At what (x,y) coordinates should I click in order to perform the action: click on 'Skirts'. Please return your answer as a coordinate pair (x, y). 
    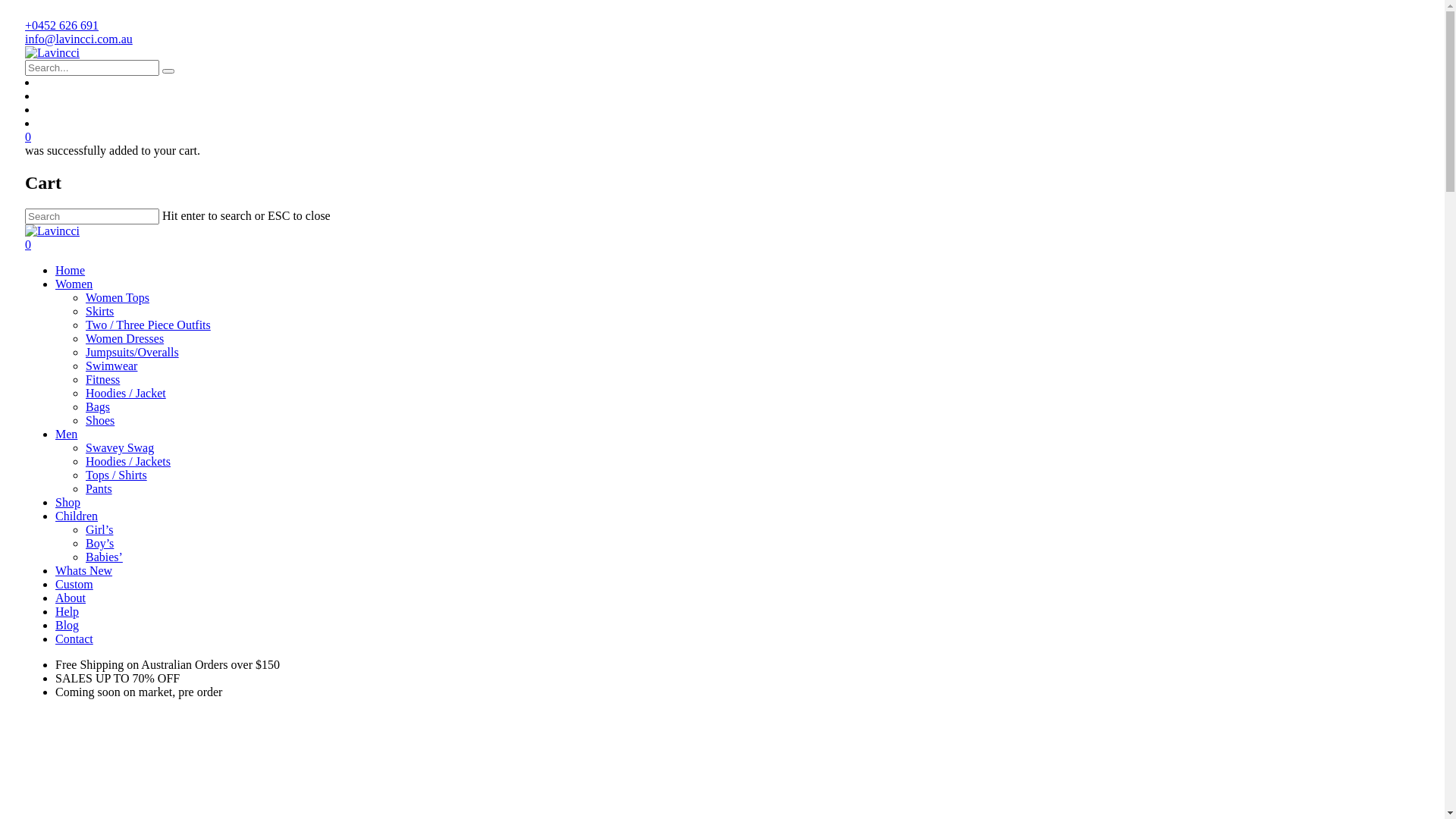
    Looking at the image, I should click on (99, 310).